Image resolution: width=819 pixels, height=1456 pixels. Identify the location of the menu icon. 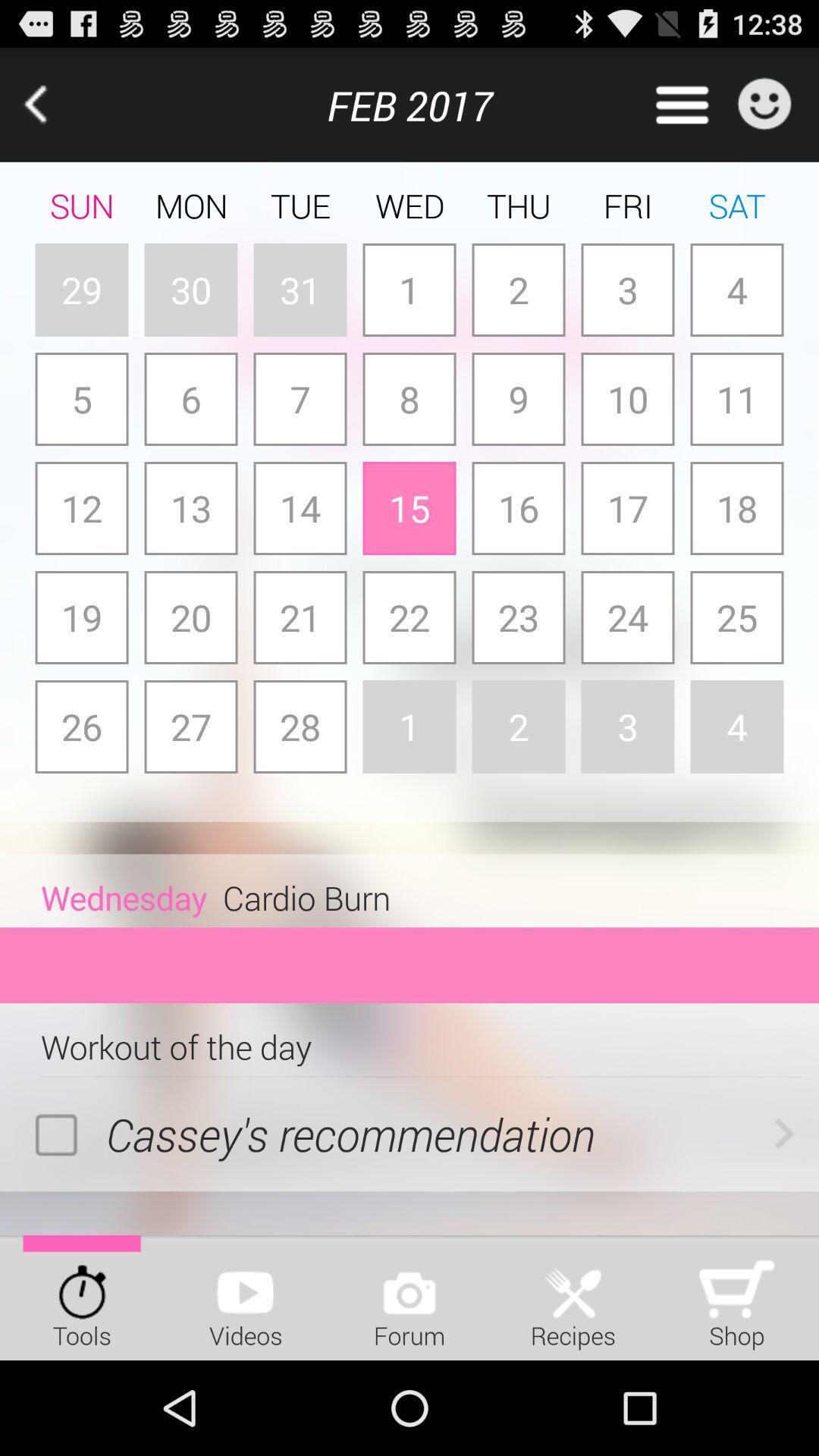
(681, 111).